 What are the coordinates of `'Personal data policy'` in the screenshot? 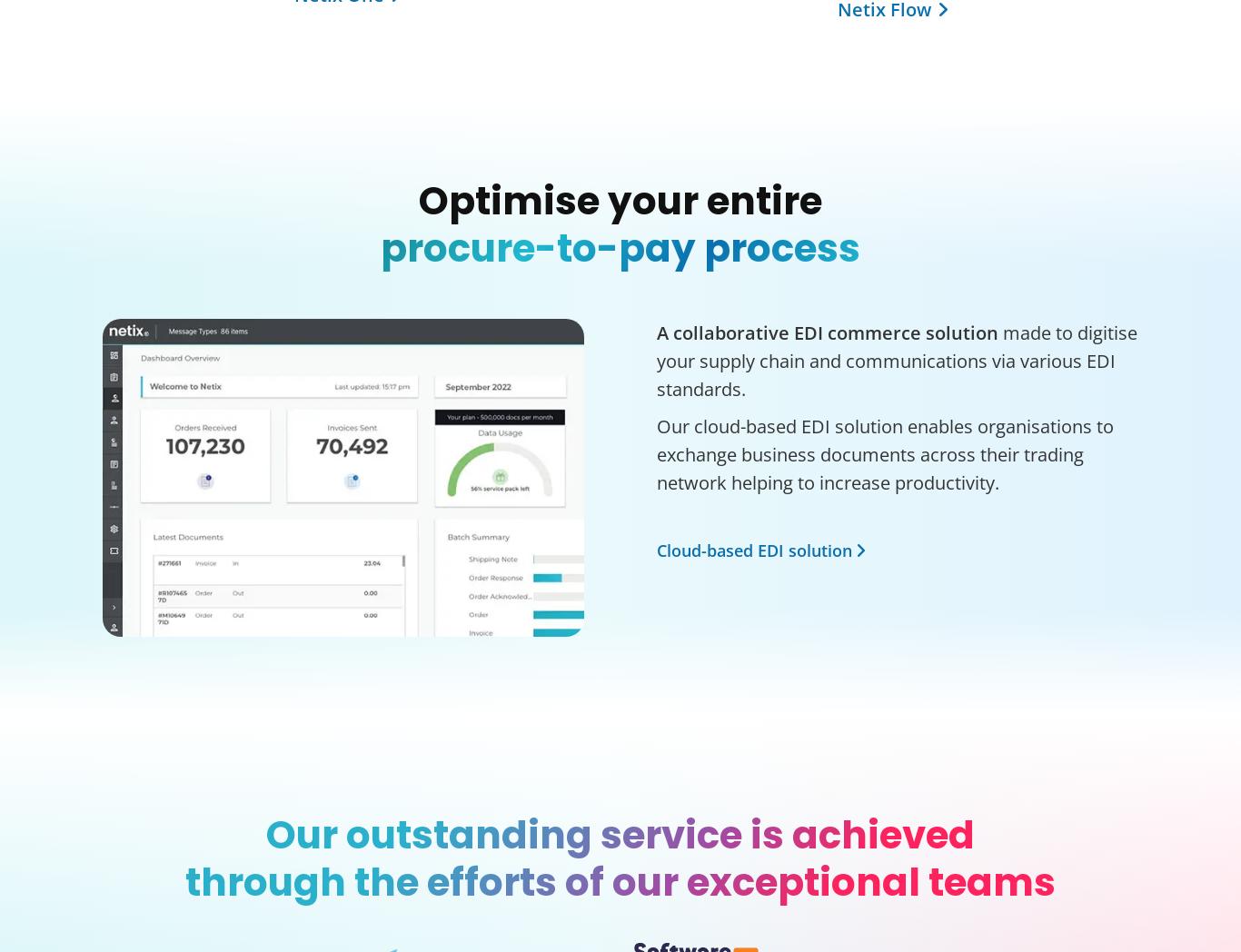 It's located at (393, 627).